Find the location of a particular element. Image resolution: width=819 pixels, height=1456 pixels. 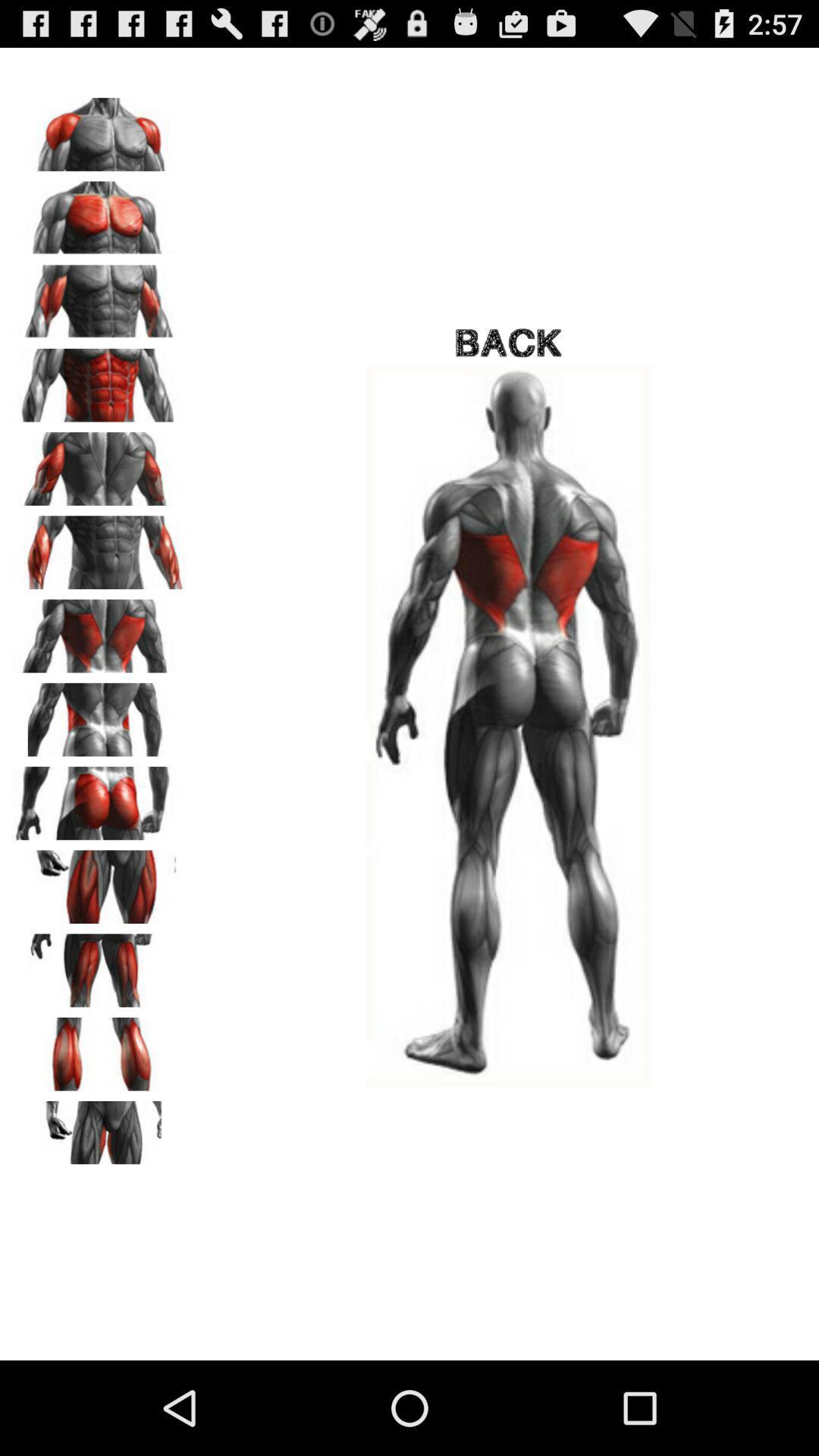

target biceps is located at coordinates (99, 297).